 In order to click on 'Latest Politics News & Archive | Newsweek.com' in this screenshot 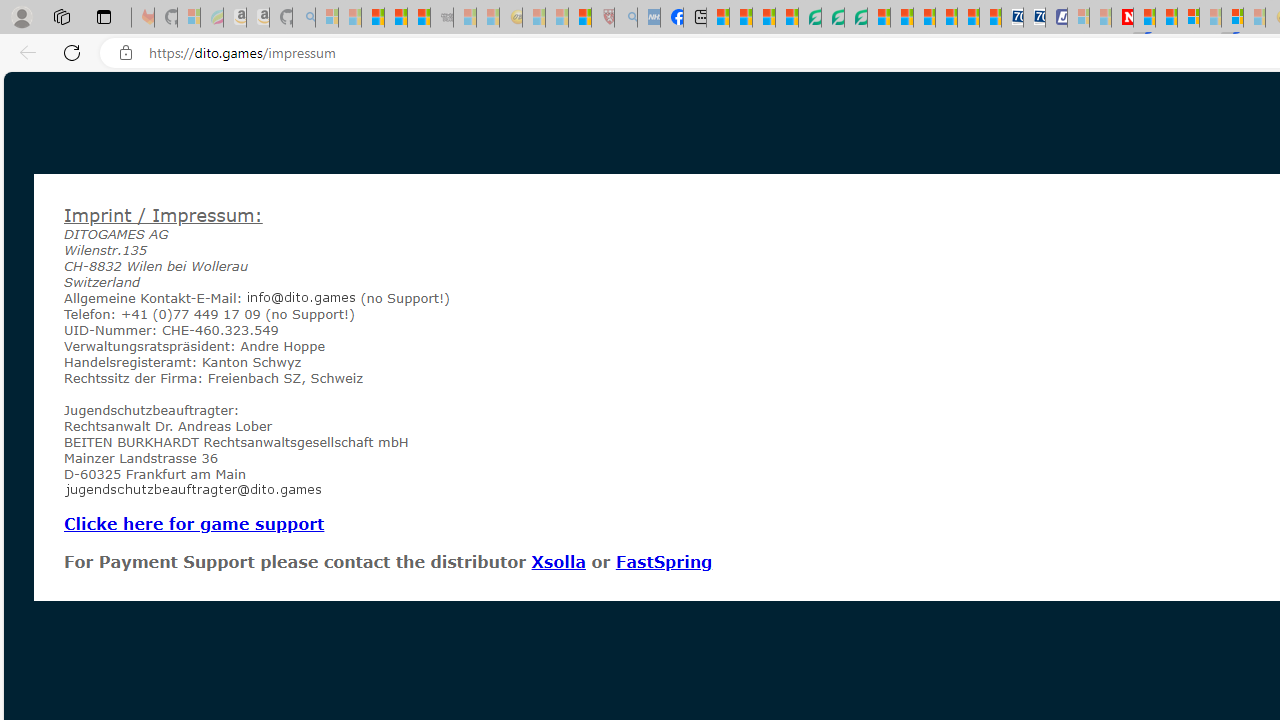, I will do `click(1122, 17)`.